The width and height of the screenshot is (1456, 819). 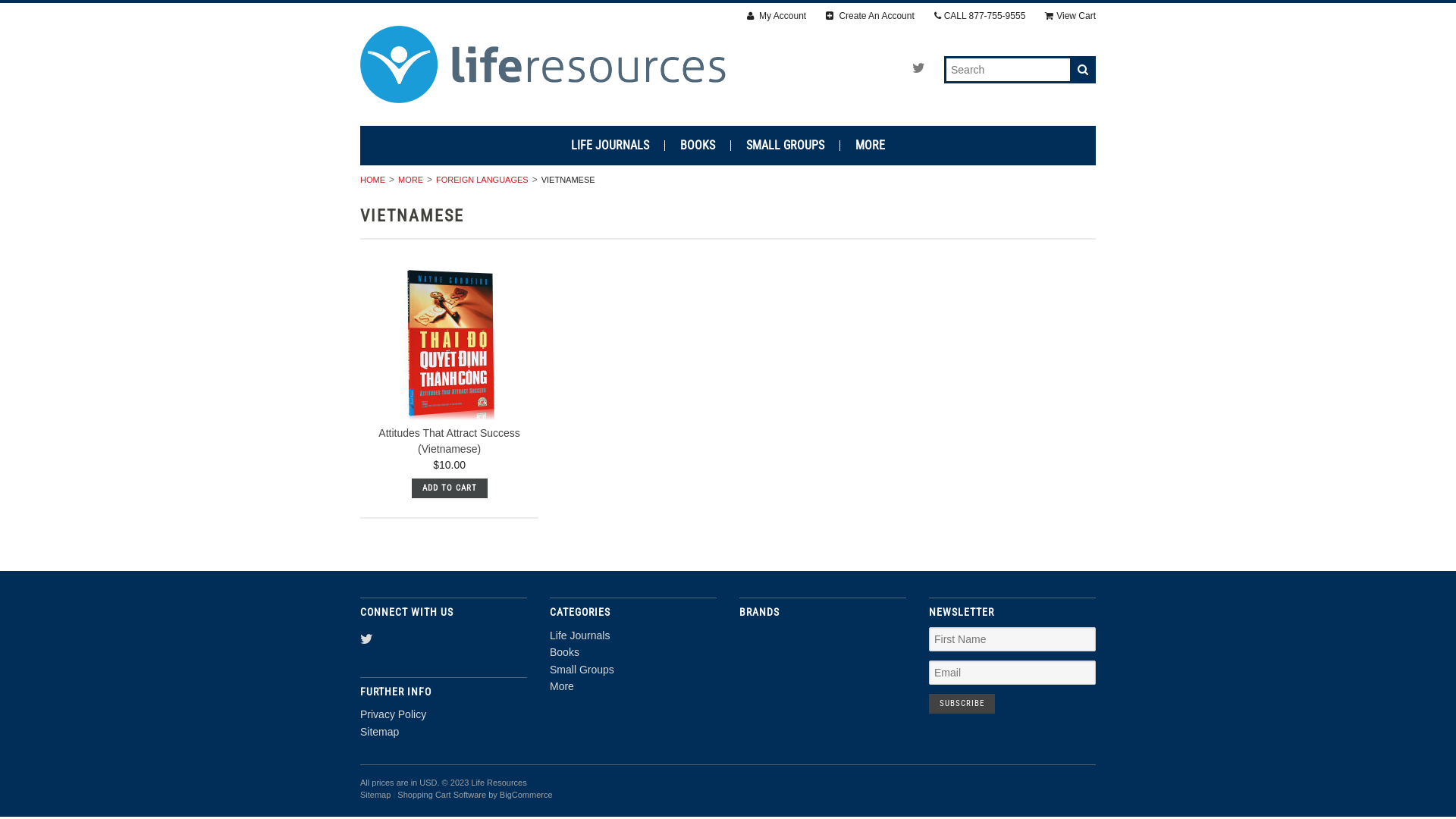 I want to click on 'Shopping Cart Software', so click(x=441, y=794).